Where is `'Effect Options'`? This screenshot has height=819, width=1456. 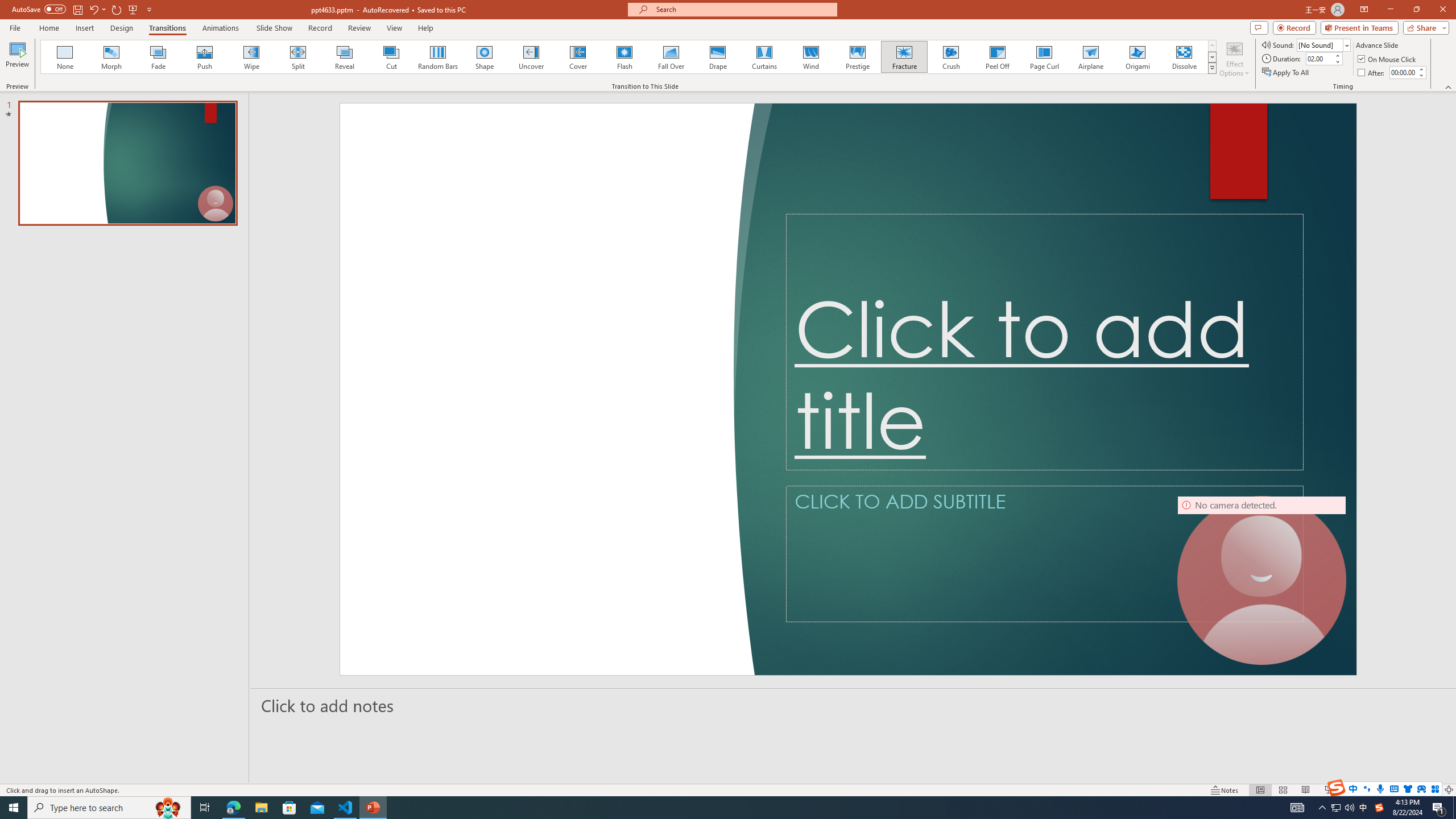 'Effect Options' is located at coordinates (1234, 59).